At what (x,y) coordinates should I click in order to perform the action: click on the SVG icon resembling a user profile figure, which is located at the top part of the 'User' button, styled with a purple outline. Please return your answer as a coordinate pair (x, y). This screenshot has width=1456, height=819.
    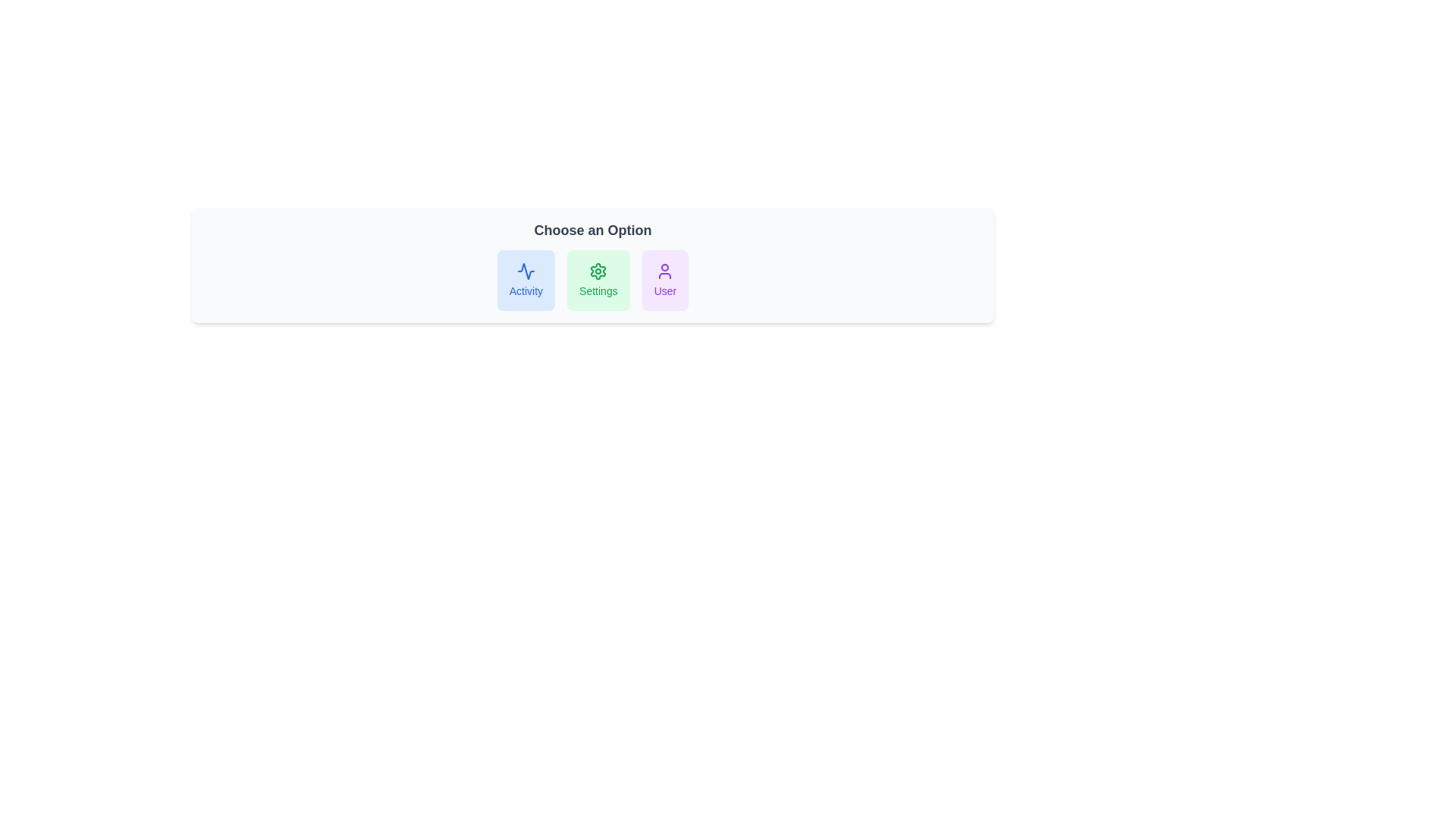
    Looking at the image, I should click on (665, 271).